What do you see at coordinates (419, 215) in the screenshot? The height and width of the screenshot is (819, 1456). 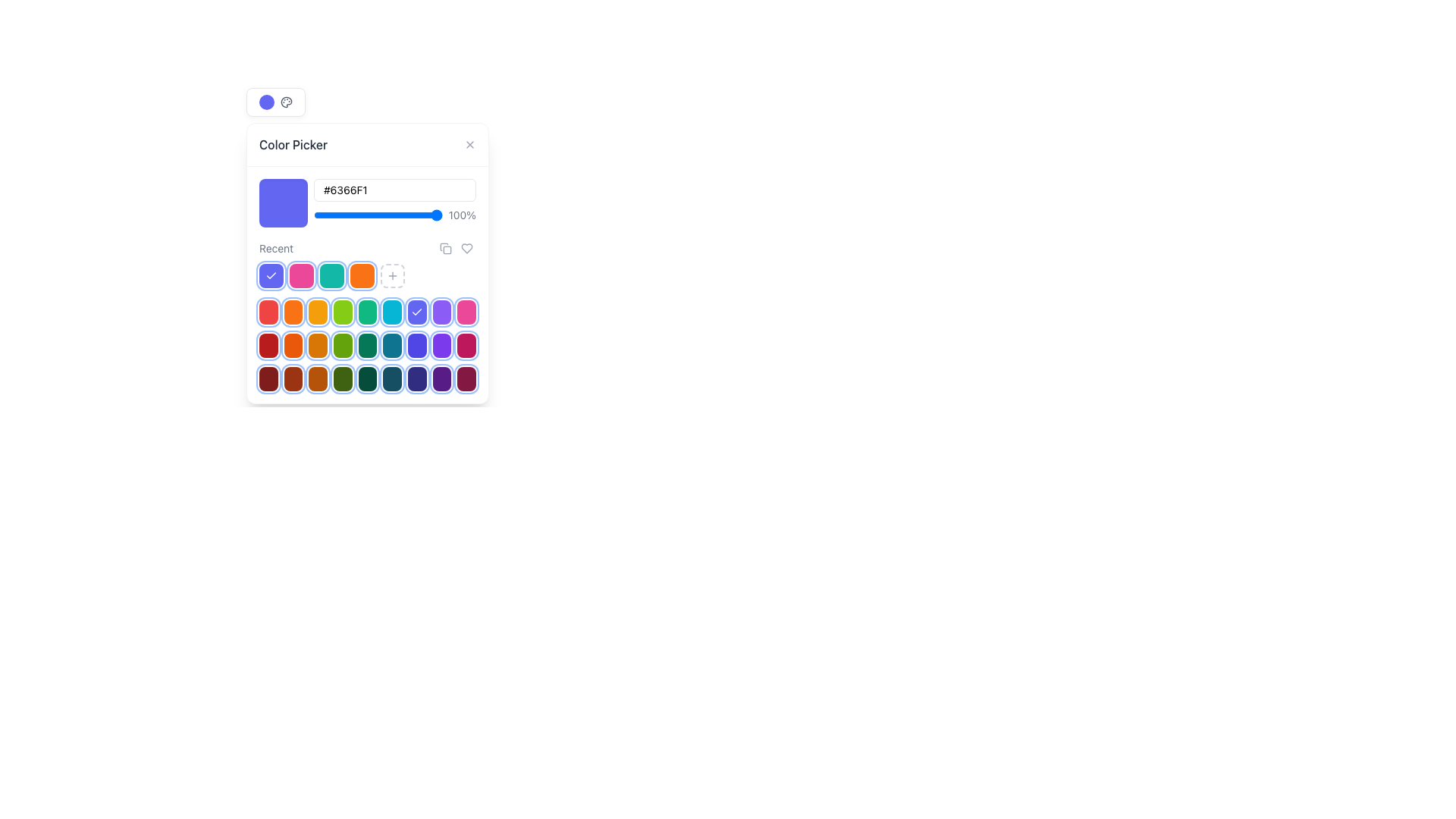 I see `the slider` at bounding box center [419, 215].